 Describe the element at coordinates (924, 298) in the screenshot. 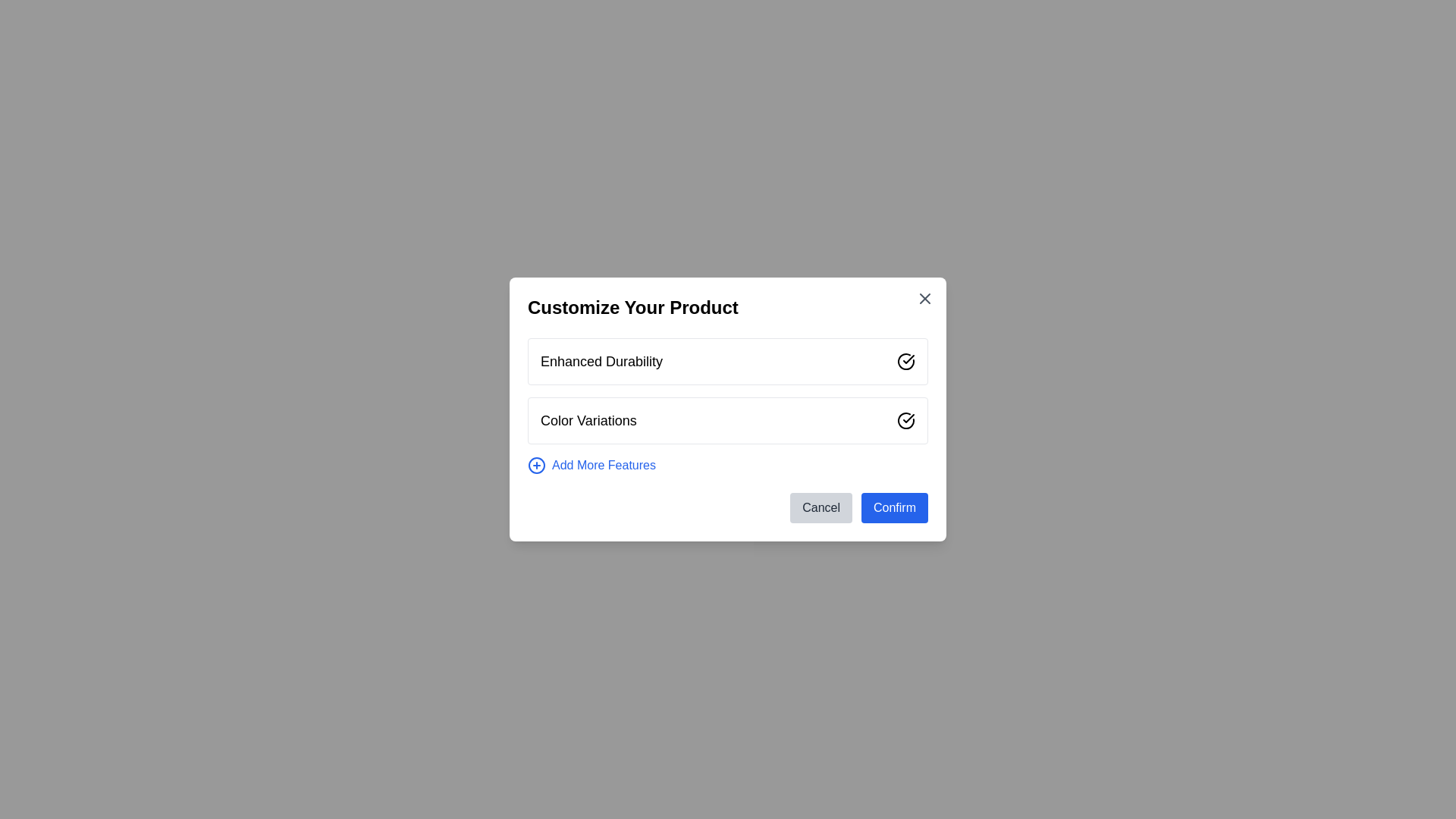

I see `the close button represented by a small 'X' icon located in the top-right corner of the modal dialog titled 'Customize Your Product'` at that location.